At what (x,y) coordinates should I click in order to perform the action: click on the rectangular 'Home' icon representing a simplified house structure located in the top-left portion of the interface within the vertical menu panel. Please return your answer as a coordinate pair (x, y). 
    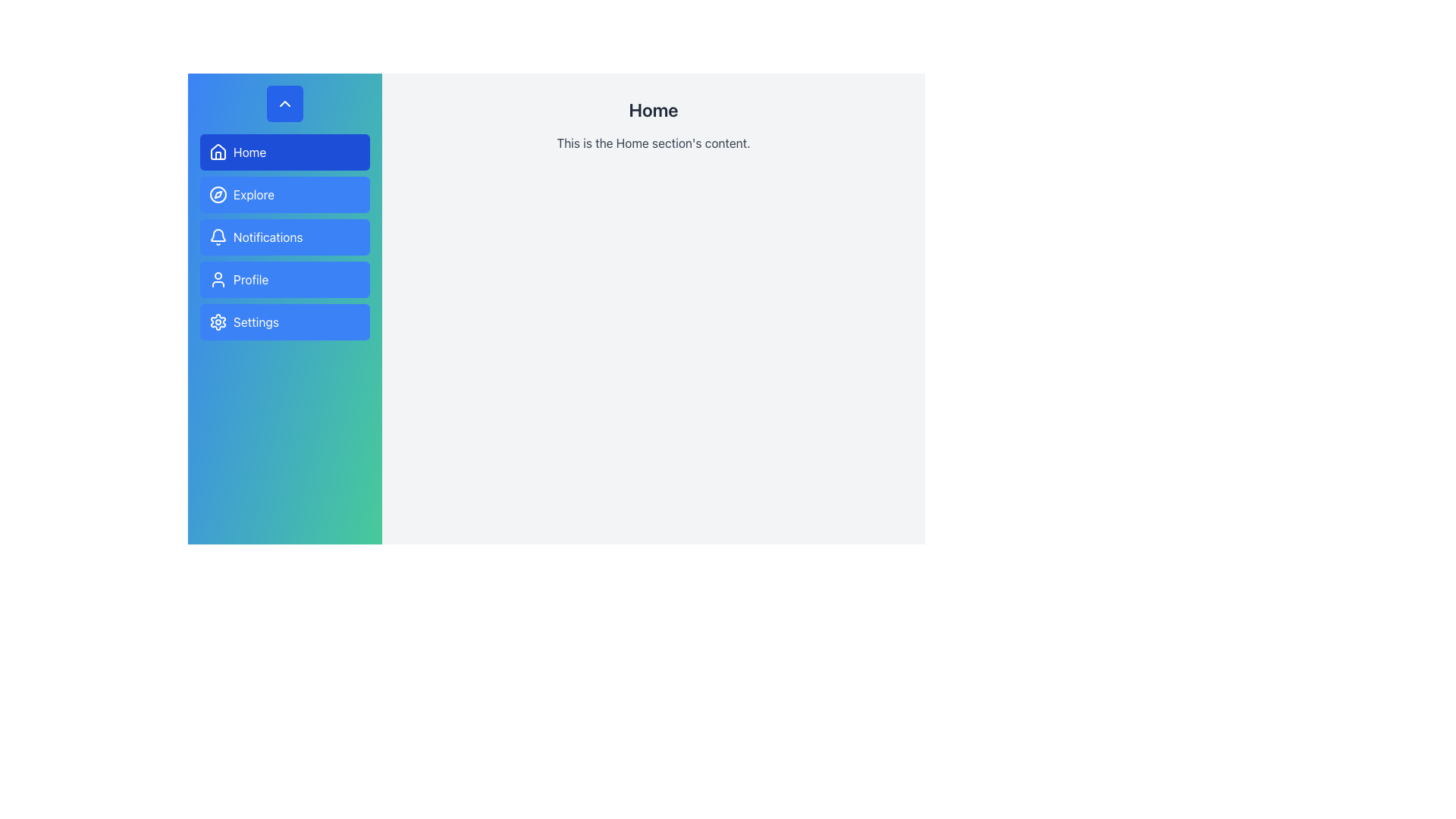
    Looking at the image, I should click on (218, 155).